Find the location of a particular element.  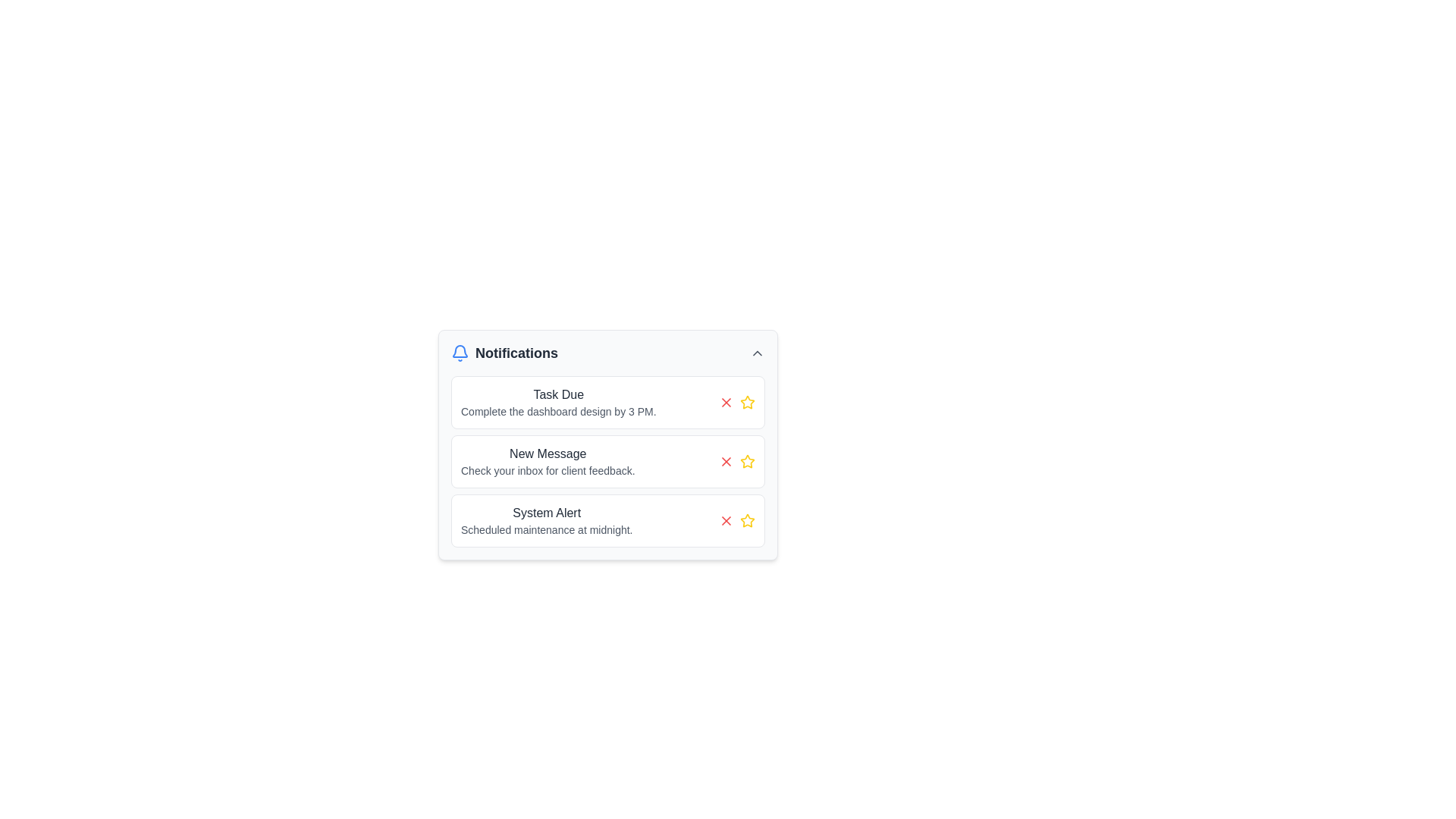

text label 'Notifications' that is displayed prominently in bold dark gray font within the header section of the notification panel, located at the coordinates provided is located at coordinates (516, 353).